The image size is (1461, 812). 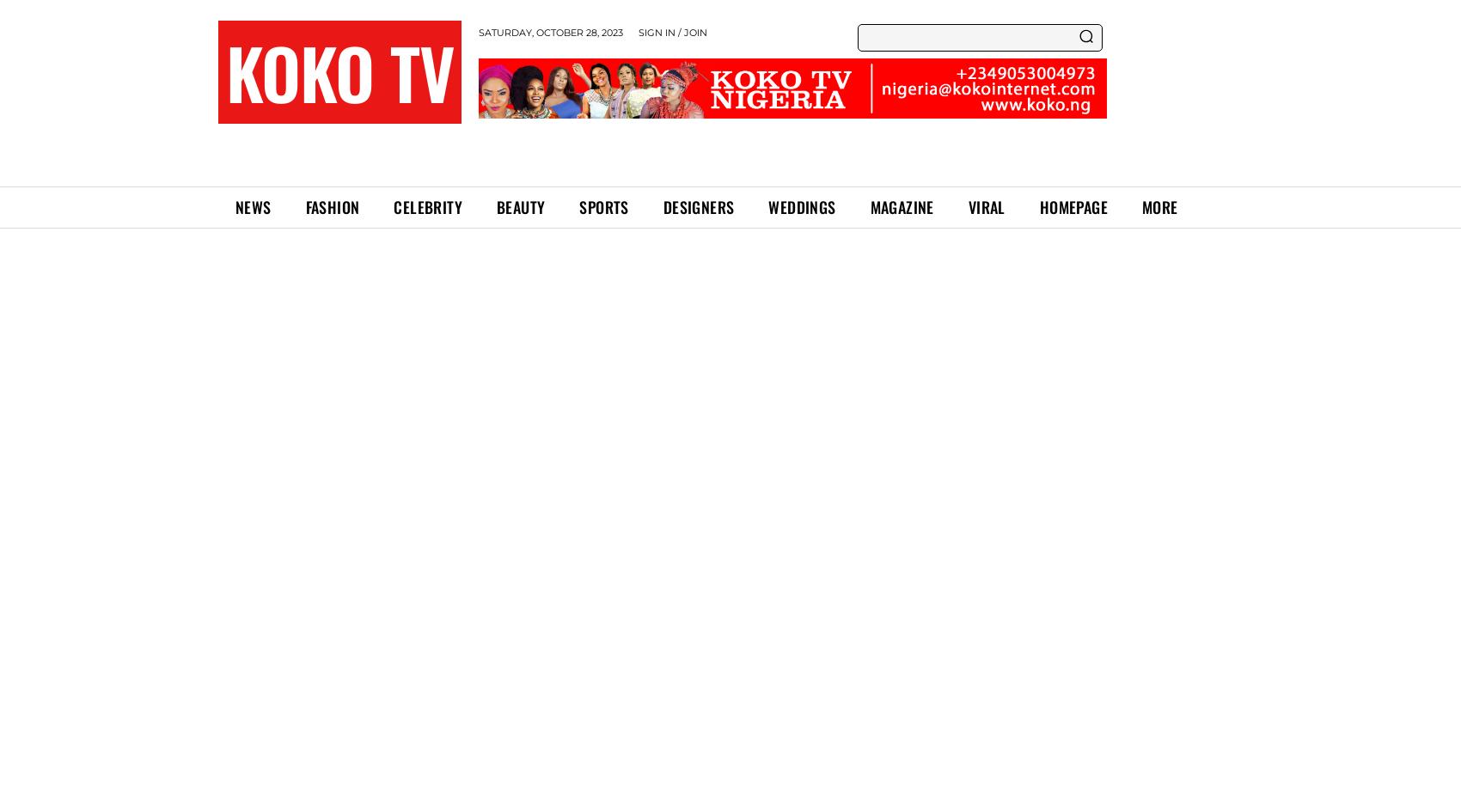 What do you see at coordinates (801, 205) in the screenshot?
I see `'WEDDINGS'` at bounding box center [801, 205].